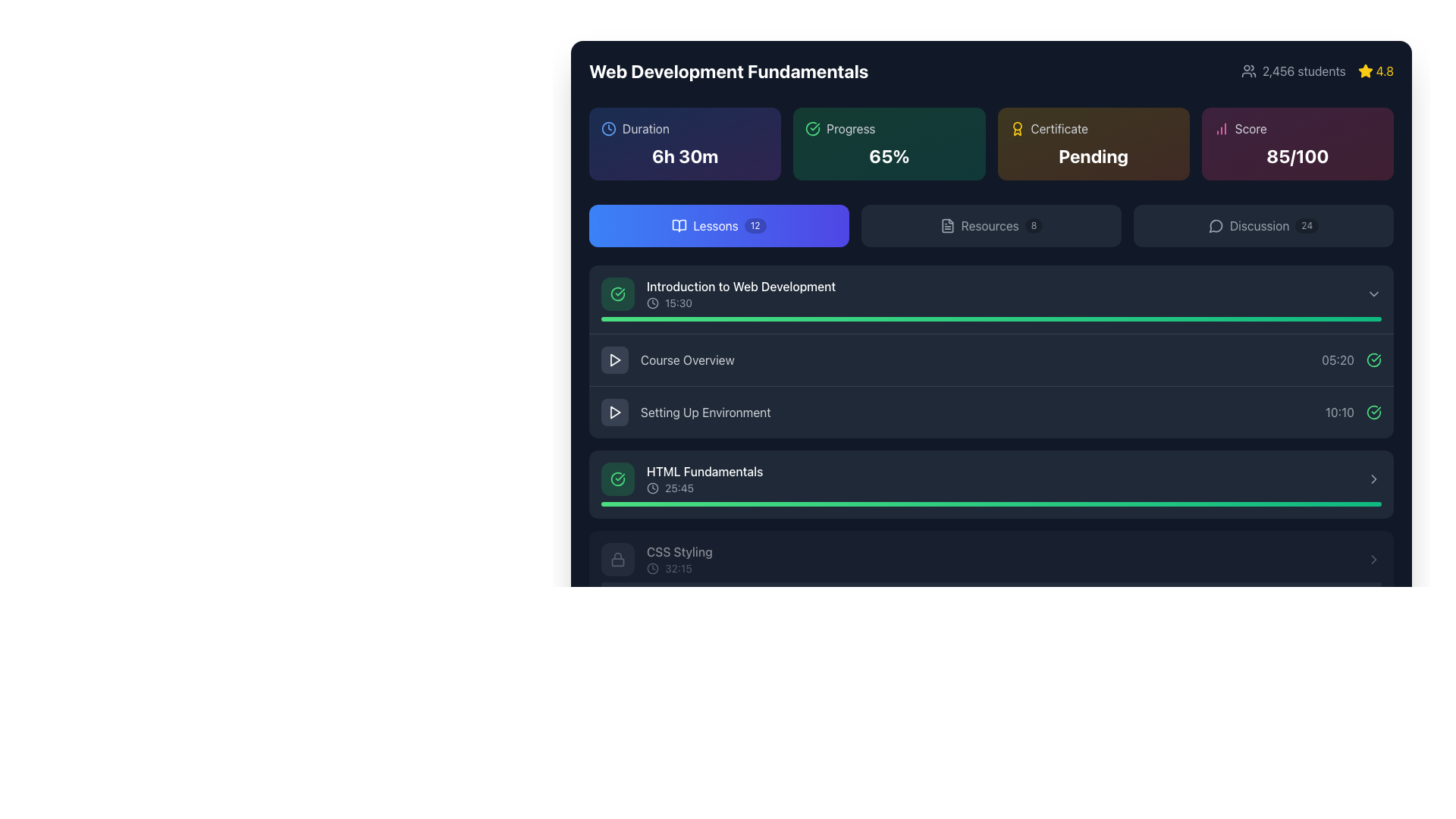  What do you see at coordinates (741, 294) in the screenshot?
I see `the lesson entry text representing a lesson in the course module` at bounding box center [741, 294].